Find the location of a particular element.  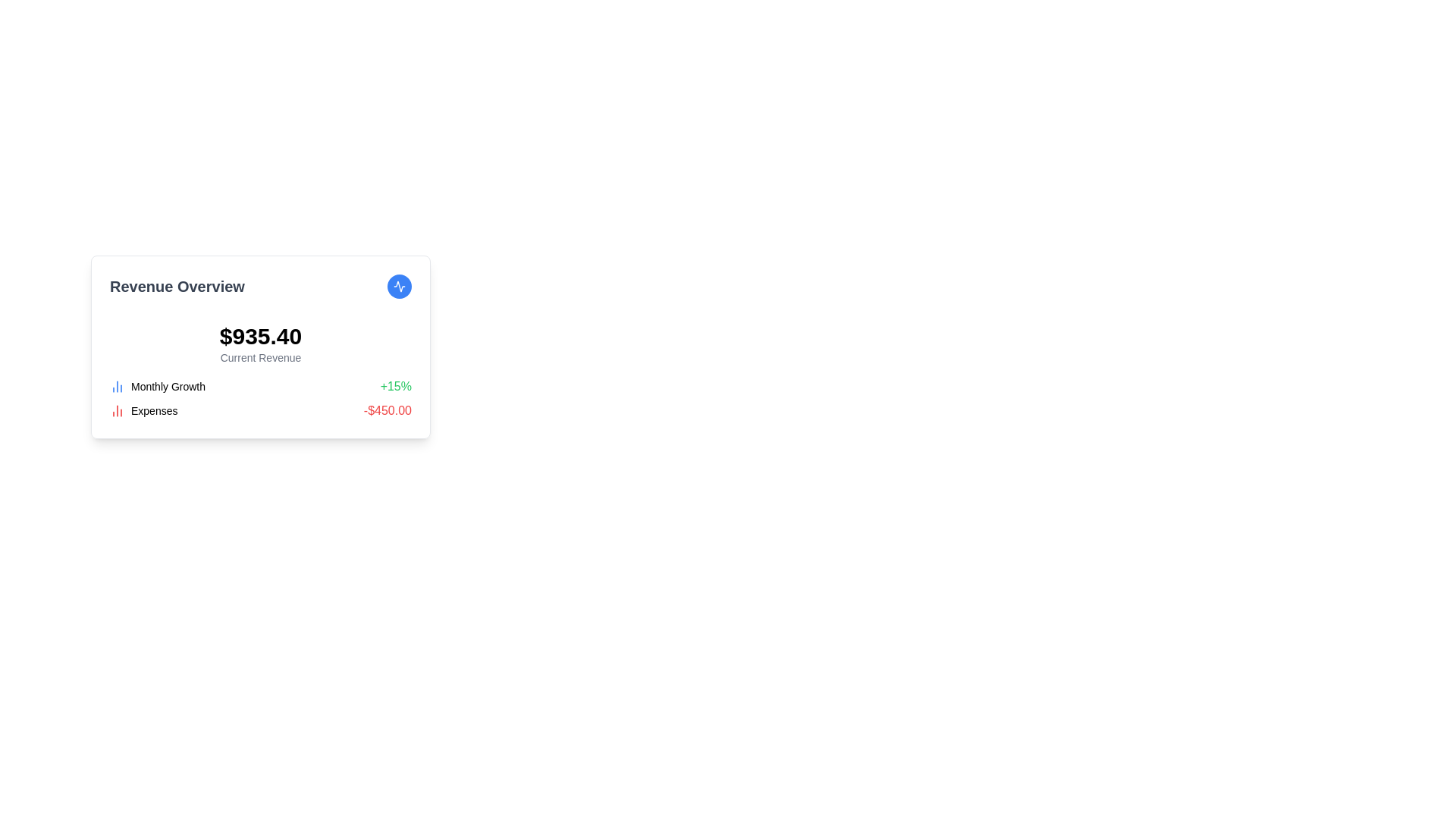

the text label displaying the growth percentage '+15%' in green, positioned at the far-right of the 'Monthly Growth' row is located at coordinates (396, 385).